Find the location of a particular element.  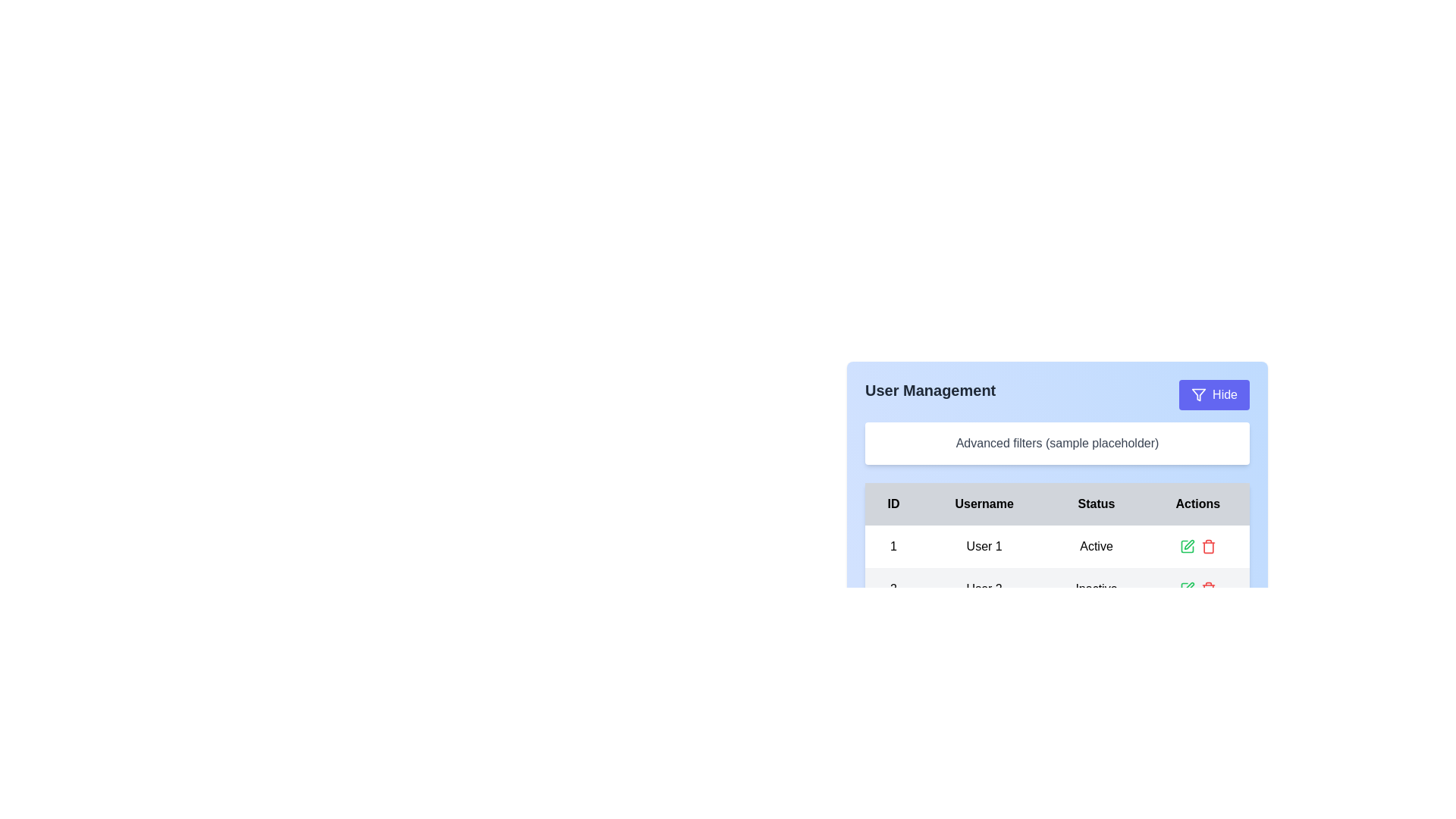

the Text Label displaying 'User 2' in the 'Username' column of the table is located at coordinates (984, 588).